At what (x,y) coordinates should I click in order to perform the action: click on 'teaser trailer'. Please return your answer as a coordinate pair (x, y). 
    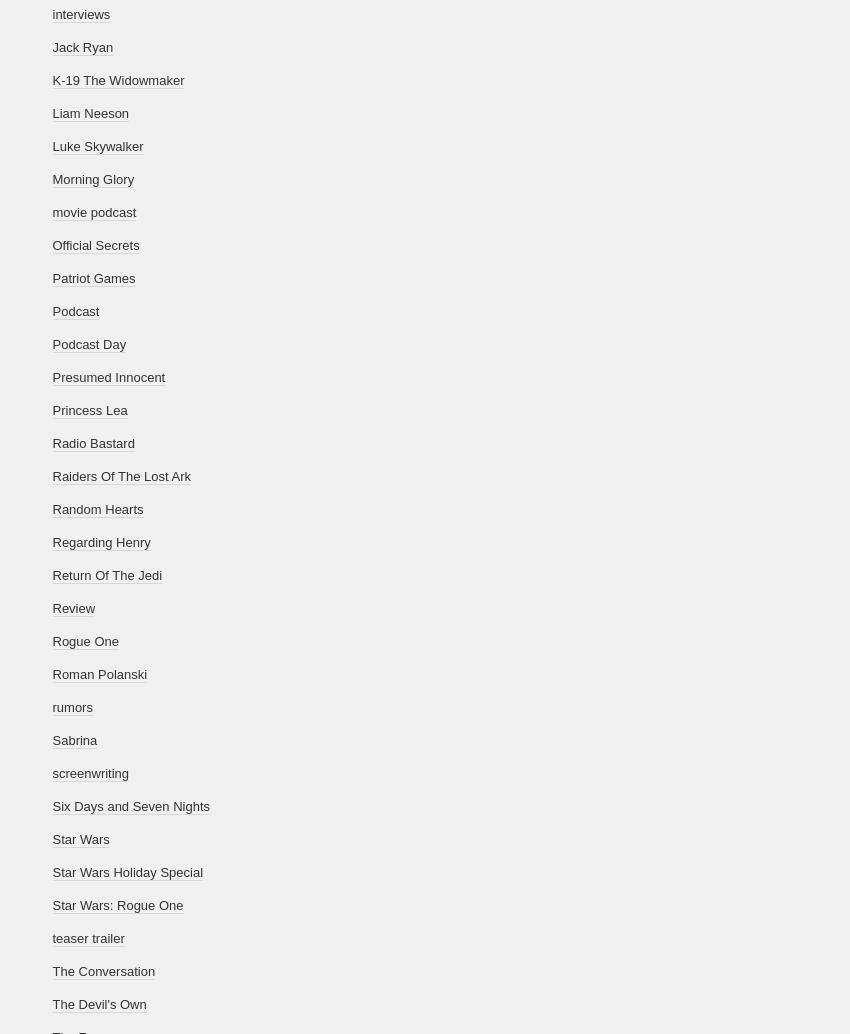
    Looking at the image, I should click on (86, 937).